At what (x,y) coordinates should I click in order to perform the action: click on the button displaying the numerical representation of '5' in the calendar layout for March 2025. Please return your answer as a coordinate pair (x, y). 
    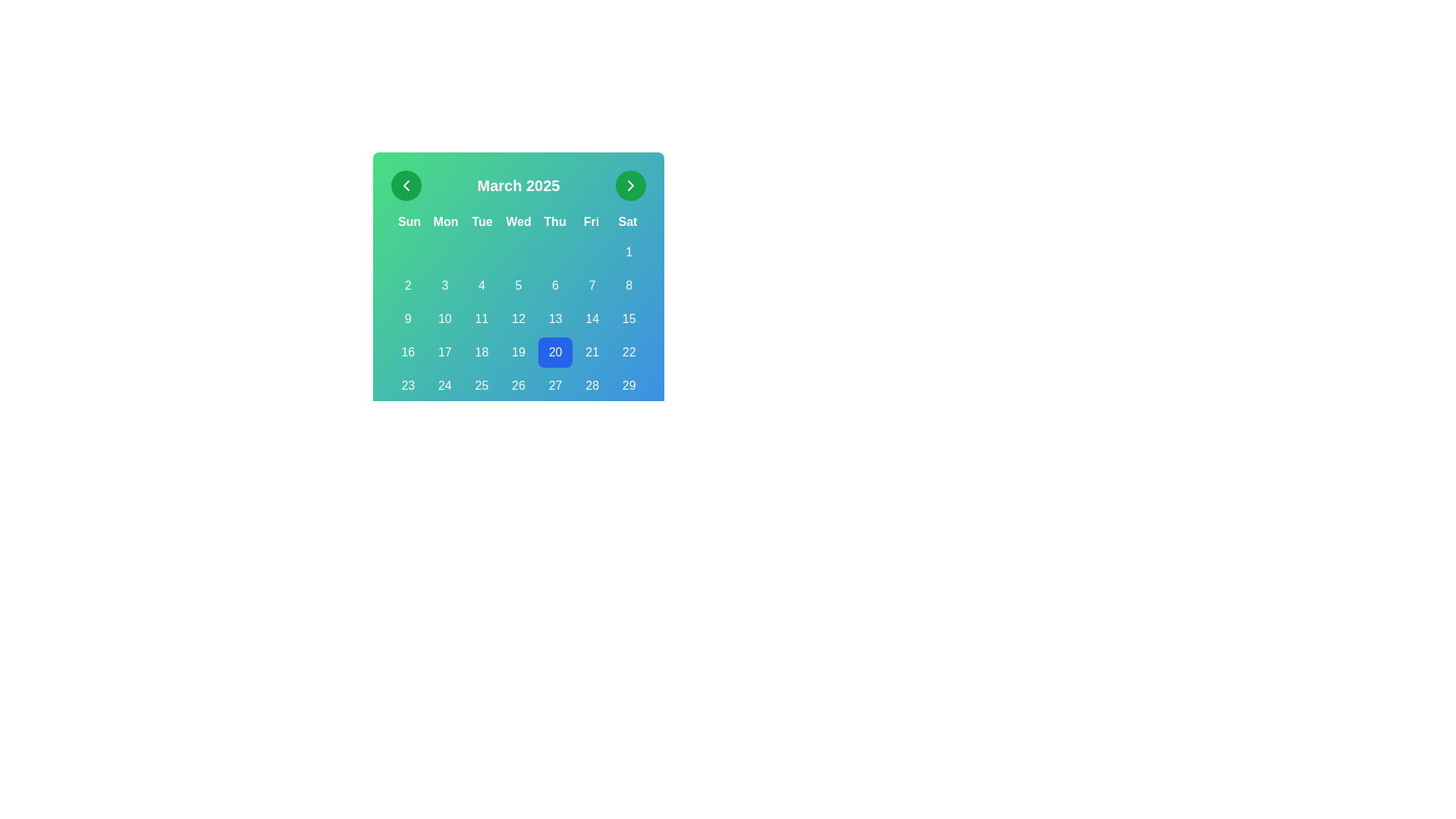
    Looking at the image, I should click on (518, 286).